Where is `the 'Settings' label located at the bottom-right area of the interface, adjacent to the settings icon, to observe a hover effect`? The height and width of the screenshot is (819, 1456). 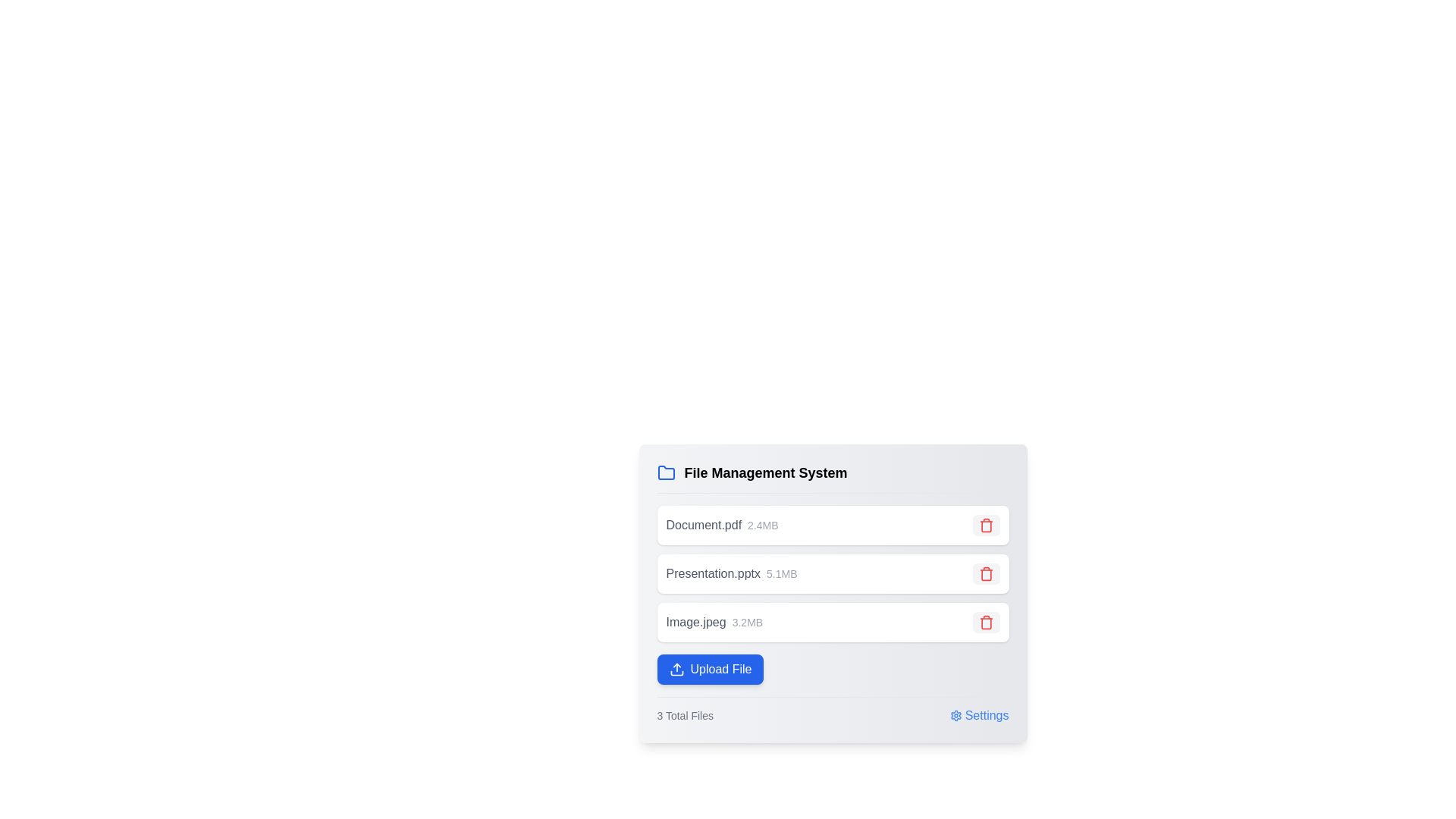
the 'Settings' label located at the bottom-right area of the interface, adjacent to the settings icon, to observe a hover effect is located at coordinates (987, 716).